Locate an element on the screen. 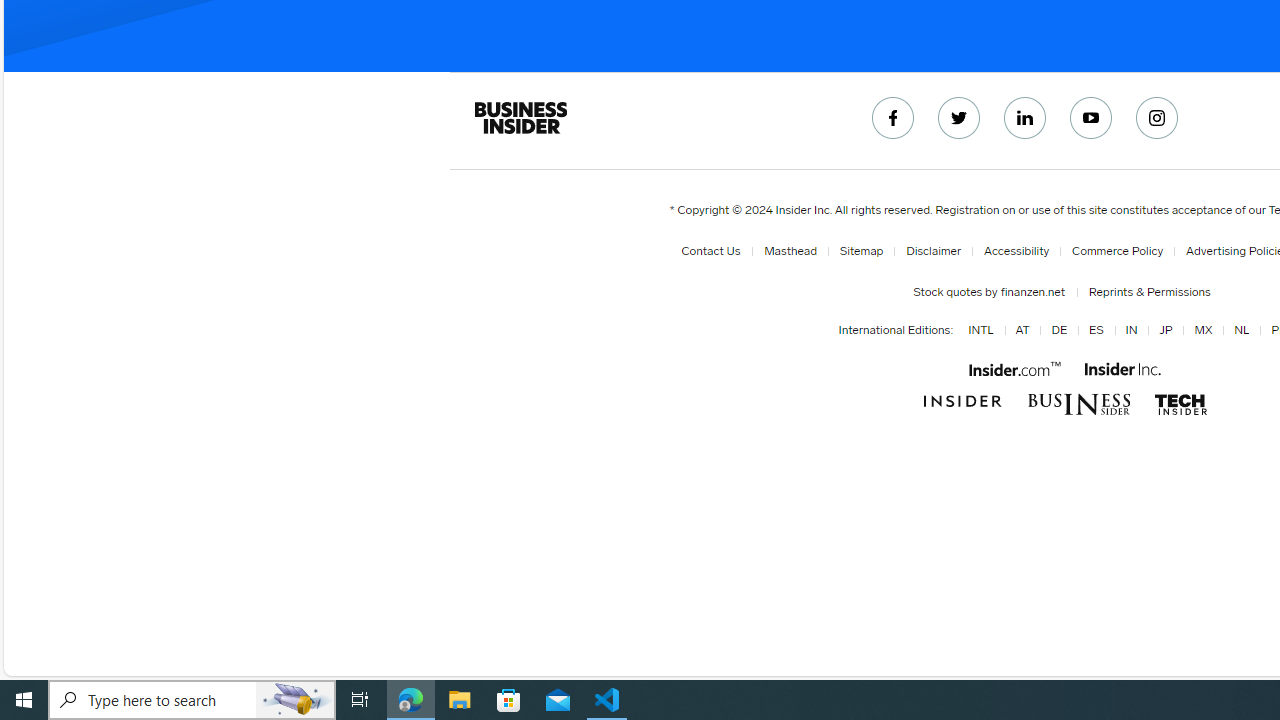  'Reprints and Permissions' is located at coordinates (1149, 291).